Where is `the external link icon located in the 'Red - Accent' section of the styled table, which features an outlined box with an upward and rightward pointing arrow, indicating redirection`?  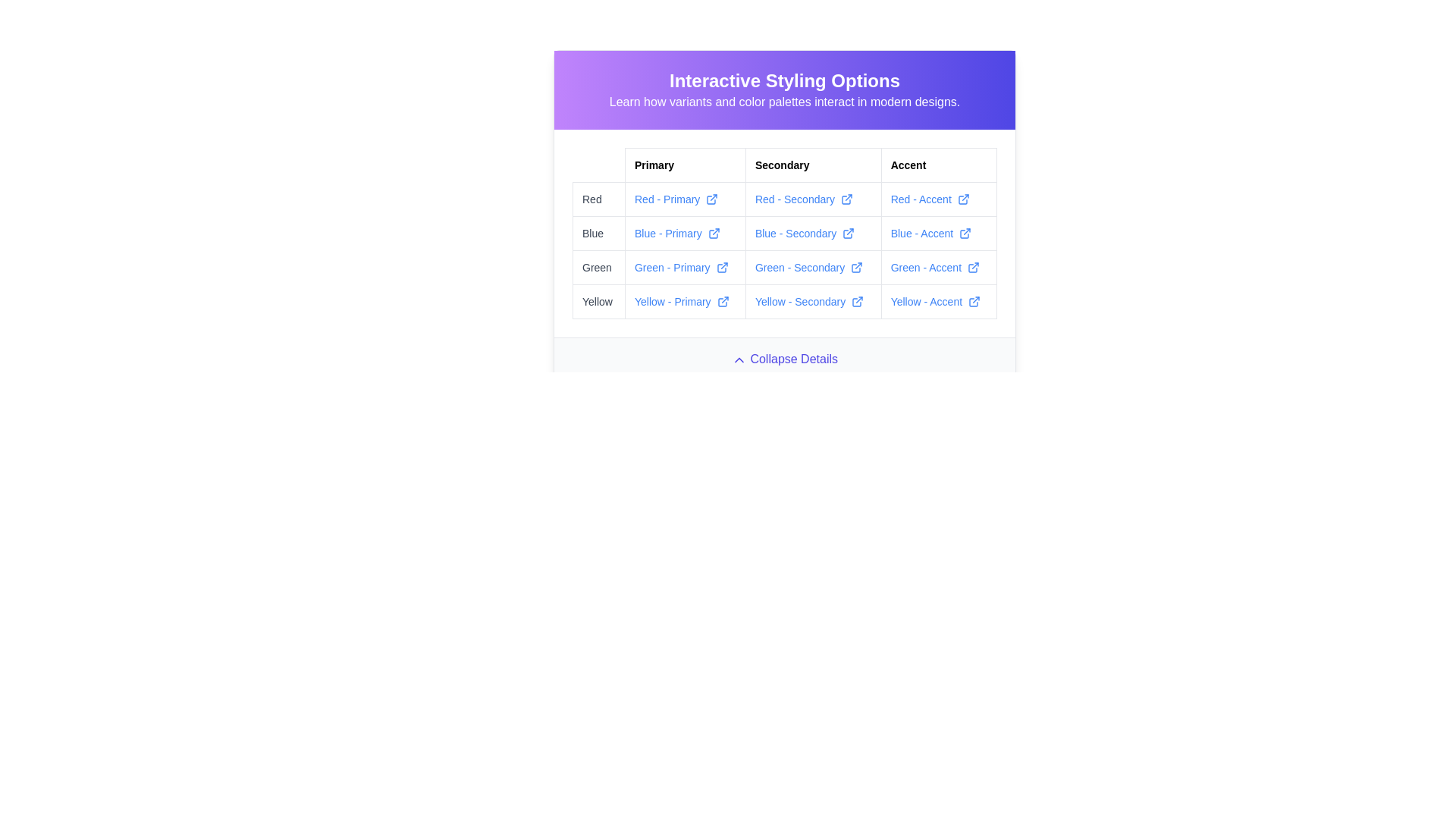 the external link icon located in the 'Red - Accent' section of the styled table, which features an outlined box with an upward and rightward pointing arrow, indicating redirection is located at coordinates (962, 198).